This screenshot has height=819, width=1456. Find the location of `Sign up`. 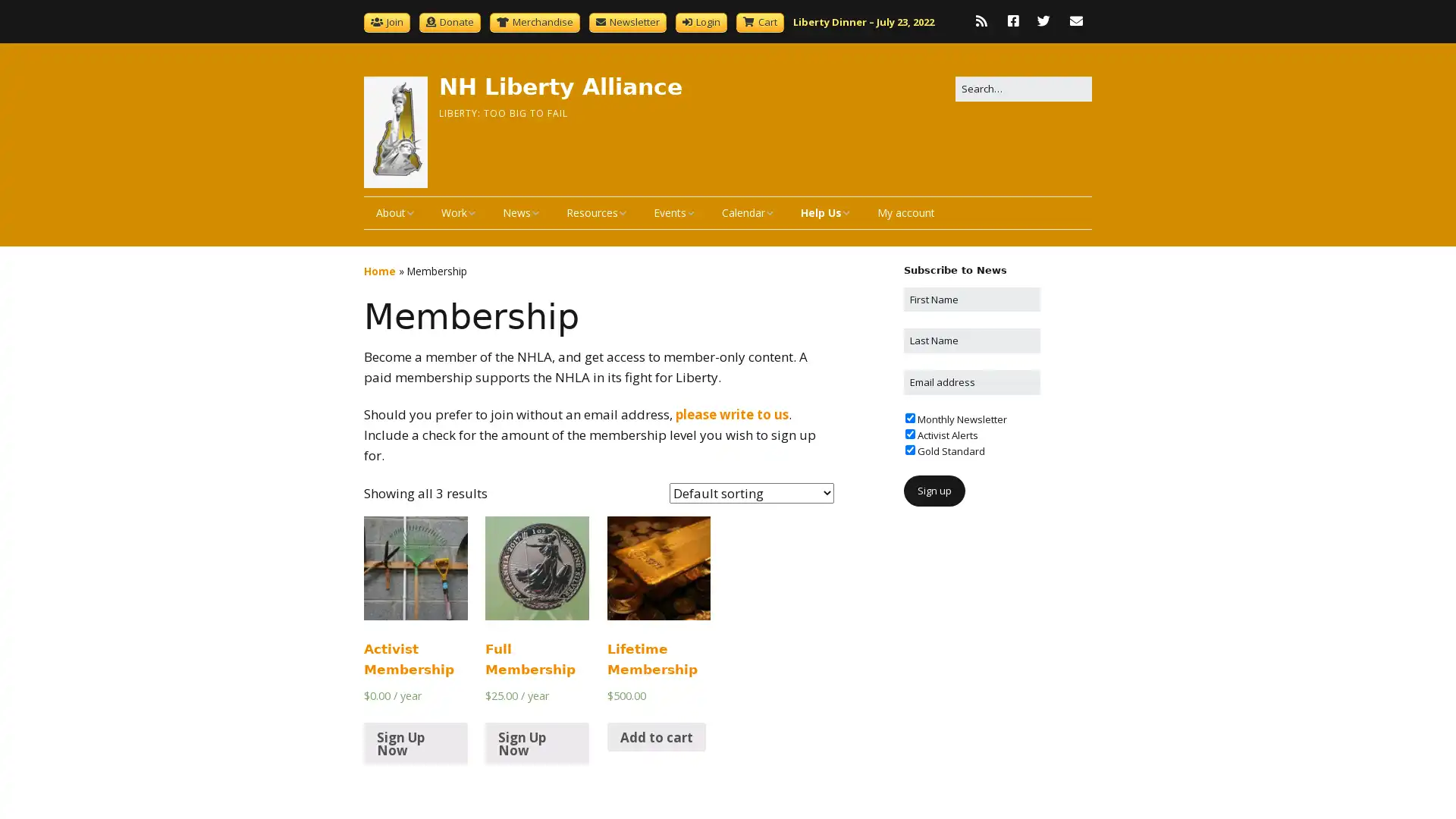

Sign up is located at coordinates (934, 491).